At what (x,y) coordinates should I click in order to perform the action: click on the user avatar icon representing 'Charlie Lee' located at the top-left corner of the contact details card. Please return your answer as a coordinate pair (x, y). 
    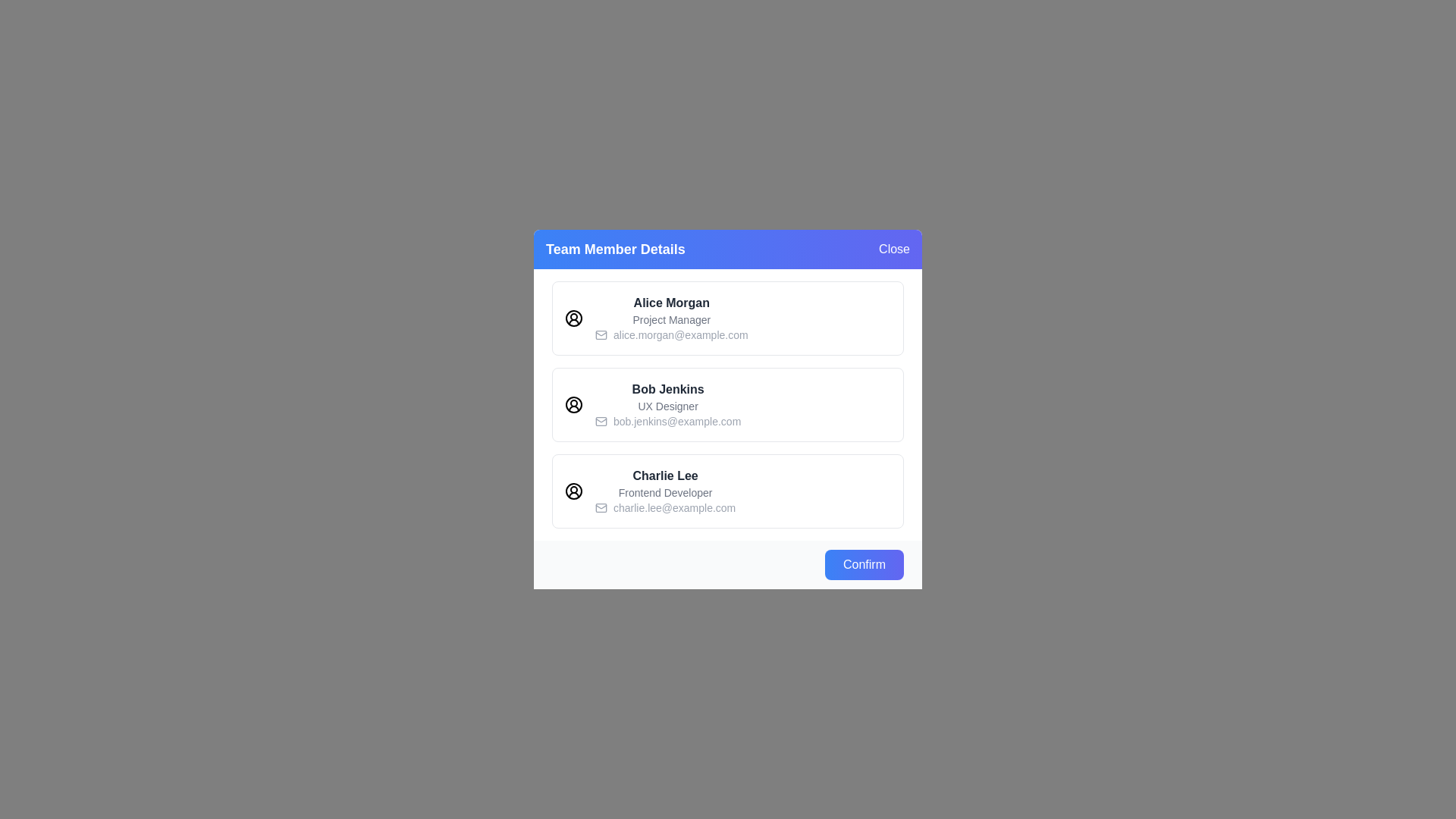
    Looking at the image, I should click on (573, 491).